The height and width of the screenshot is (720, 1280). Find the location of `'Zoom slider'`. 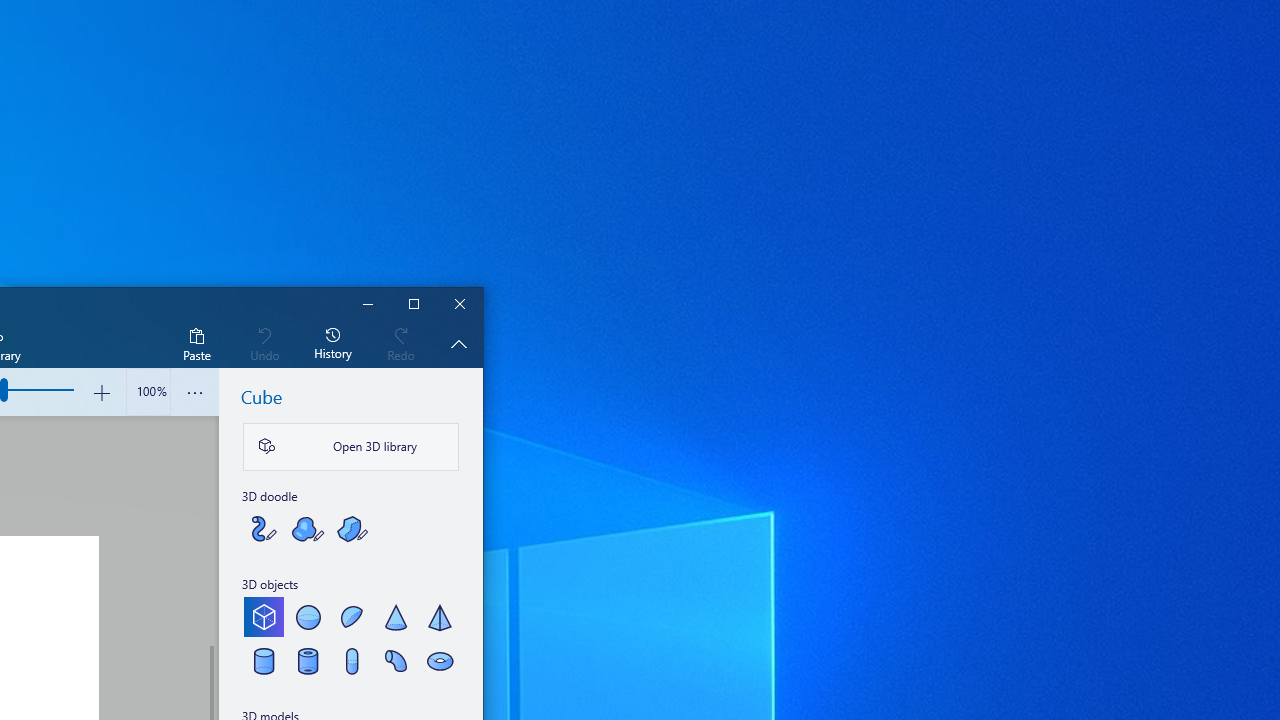

'Zoom slider' is located at coordinates (147, 392).